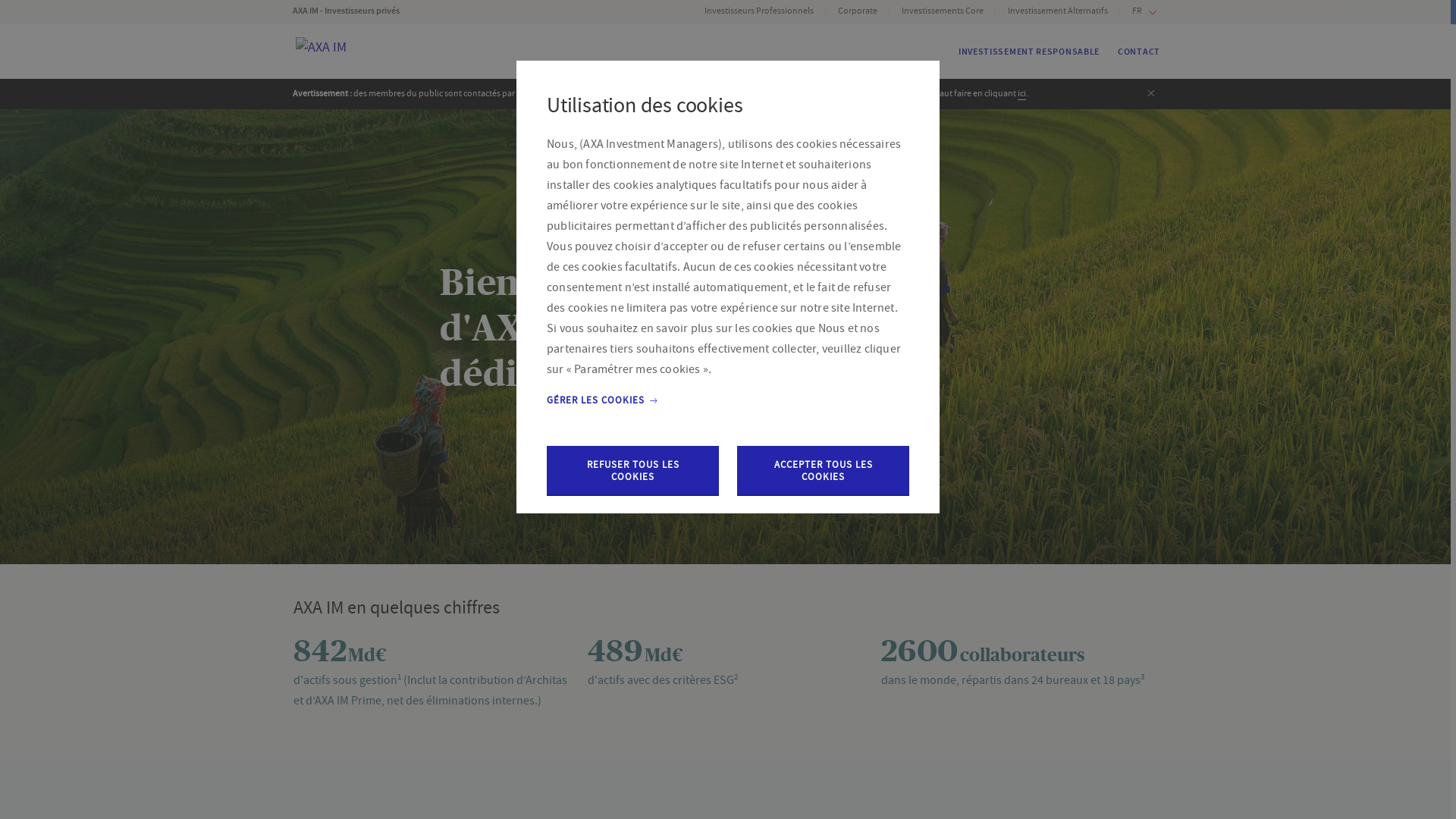 This screenshot has width=1456, height=819. Describe the element at coordinates (858, 11) in the screenshot. I see `'Corporate'` at that location.